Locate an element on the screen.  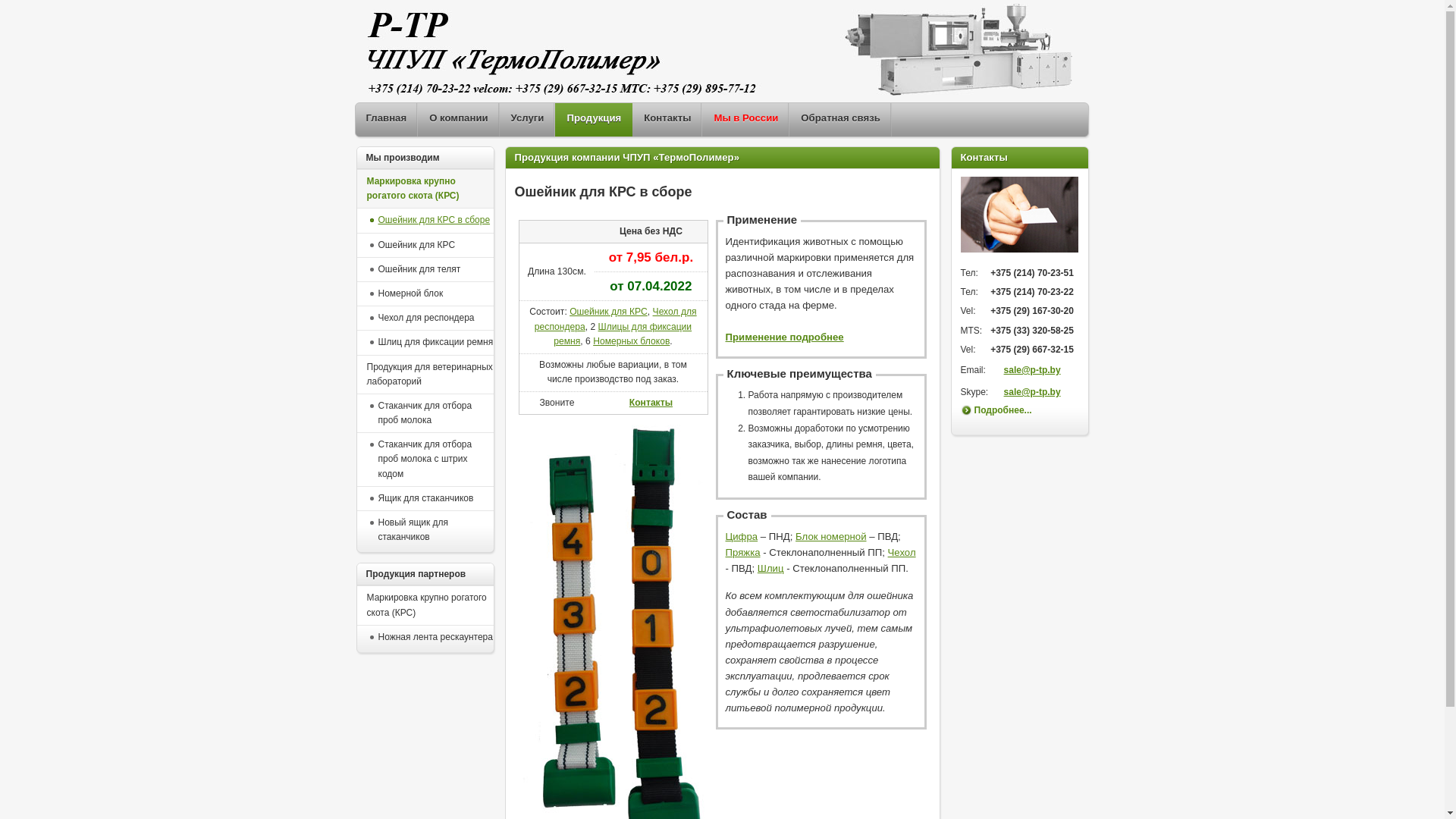
'sale@p-tp.by' is located at coordinates (1004, 391).